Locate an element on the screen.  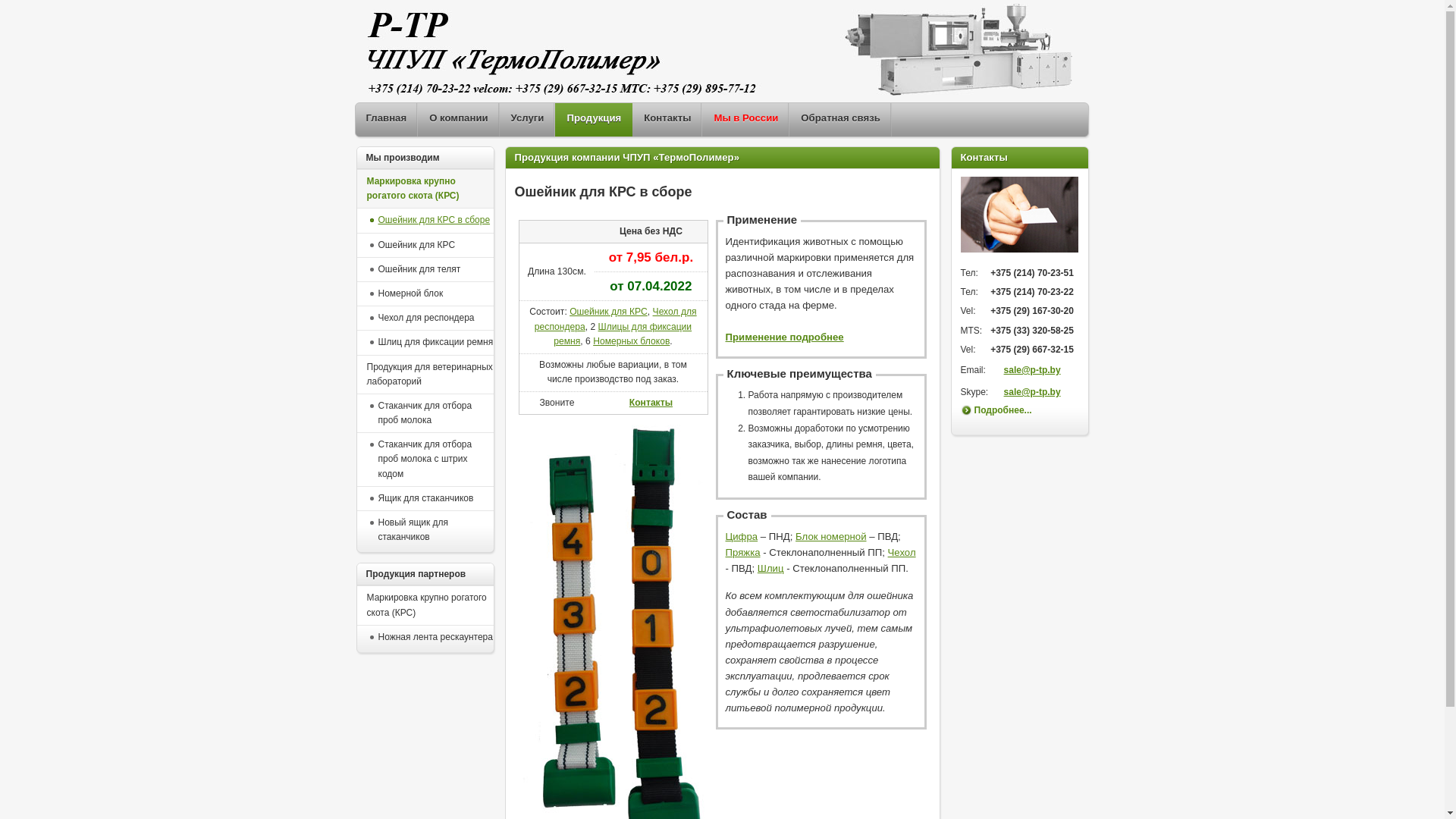
'sale@p-tp.by' is located at coordinates (1004, 391).